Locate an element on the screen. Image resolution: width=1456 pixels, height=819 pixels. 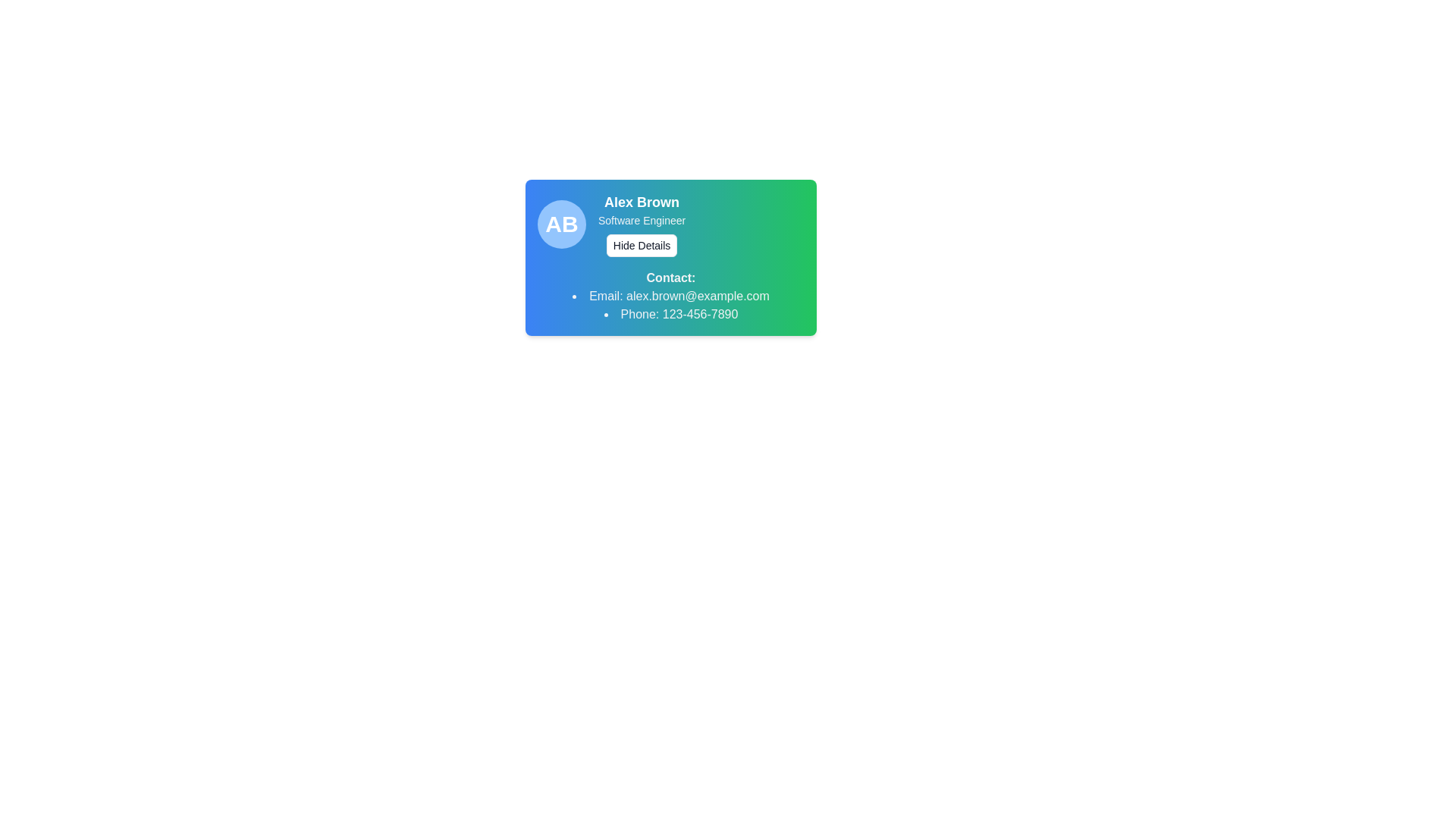
the 'Contact:' text label, which is styled in bold and positioned at the top of the contact information section is located at coordinates (670, 278).